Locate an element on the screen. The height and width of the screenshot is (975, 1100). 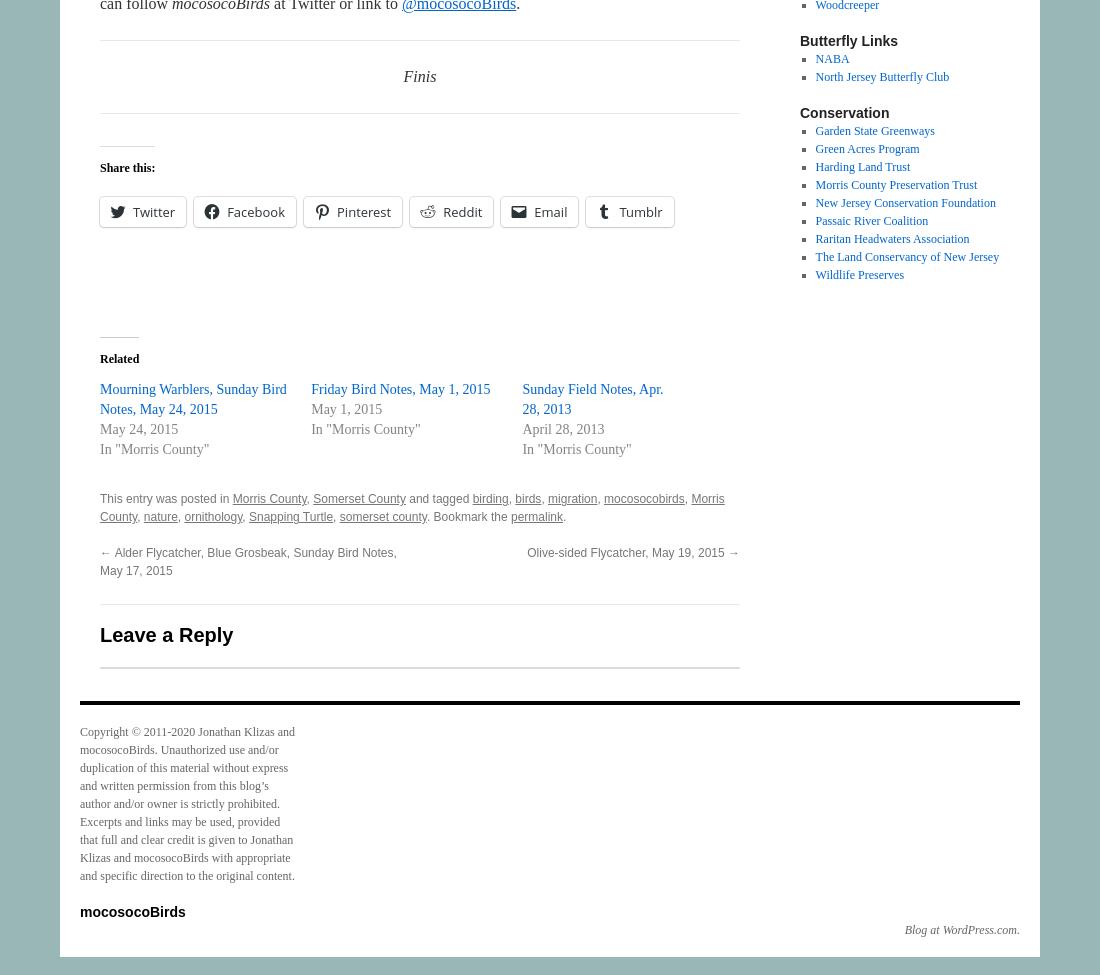
'New Jersey Conservation Foundation' is located at coordinates (904, 202).